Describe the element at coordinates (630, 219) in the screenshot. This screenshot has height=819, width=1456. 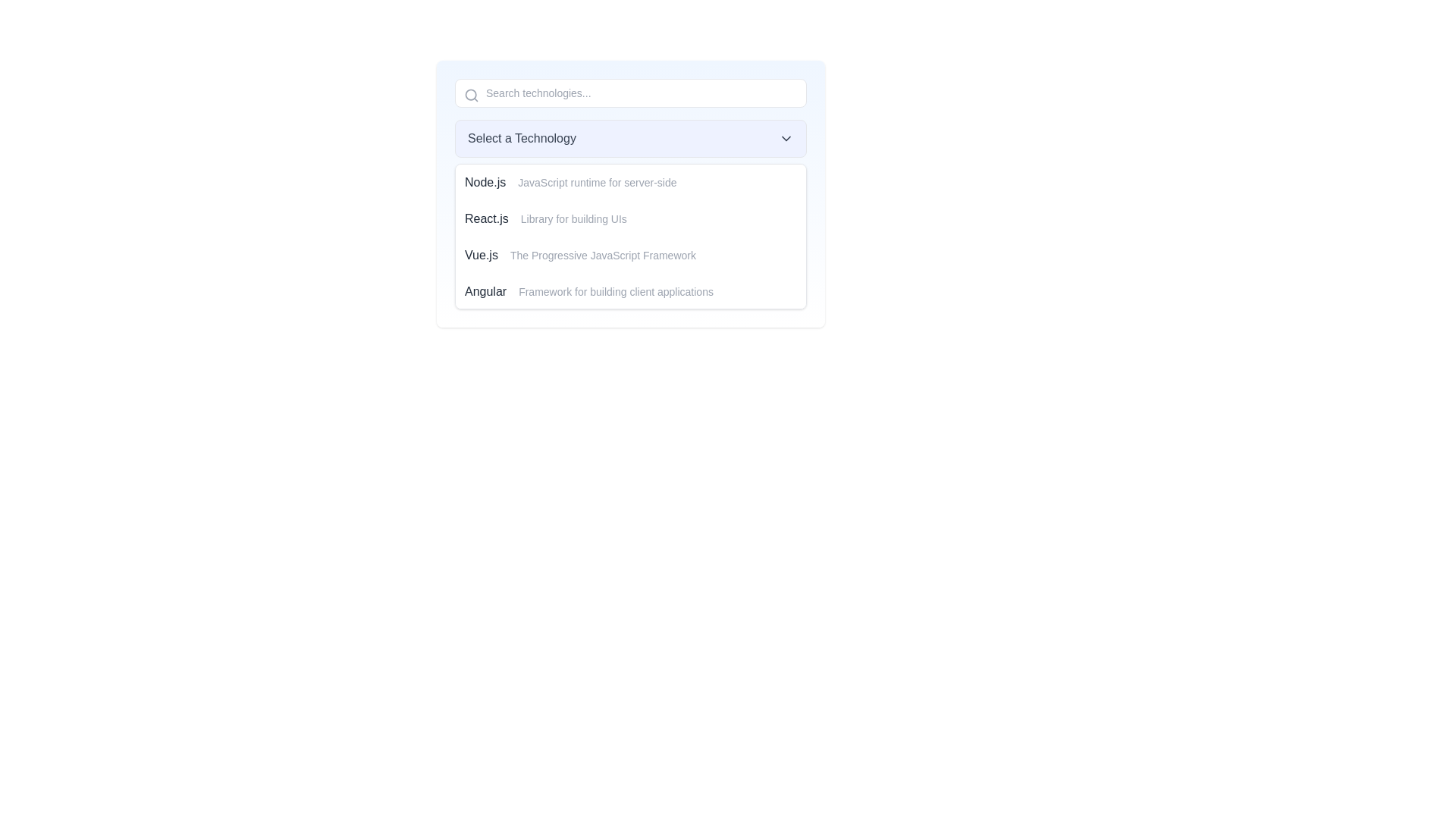
I see `the List item labeled 'React.js' within the dropdown menu` at that location.